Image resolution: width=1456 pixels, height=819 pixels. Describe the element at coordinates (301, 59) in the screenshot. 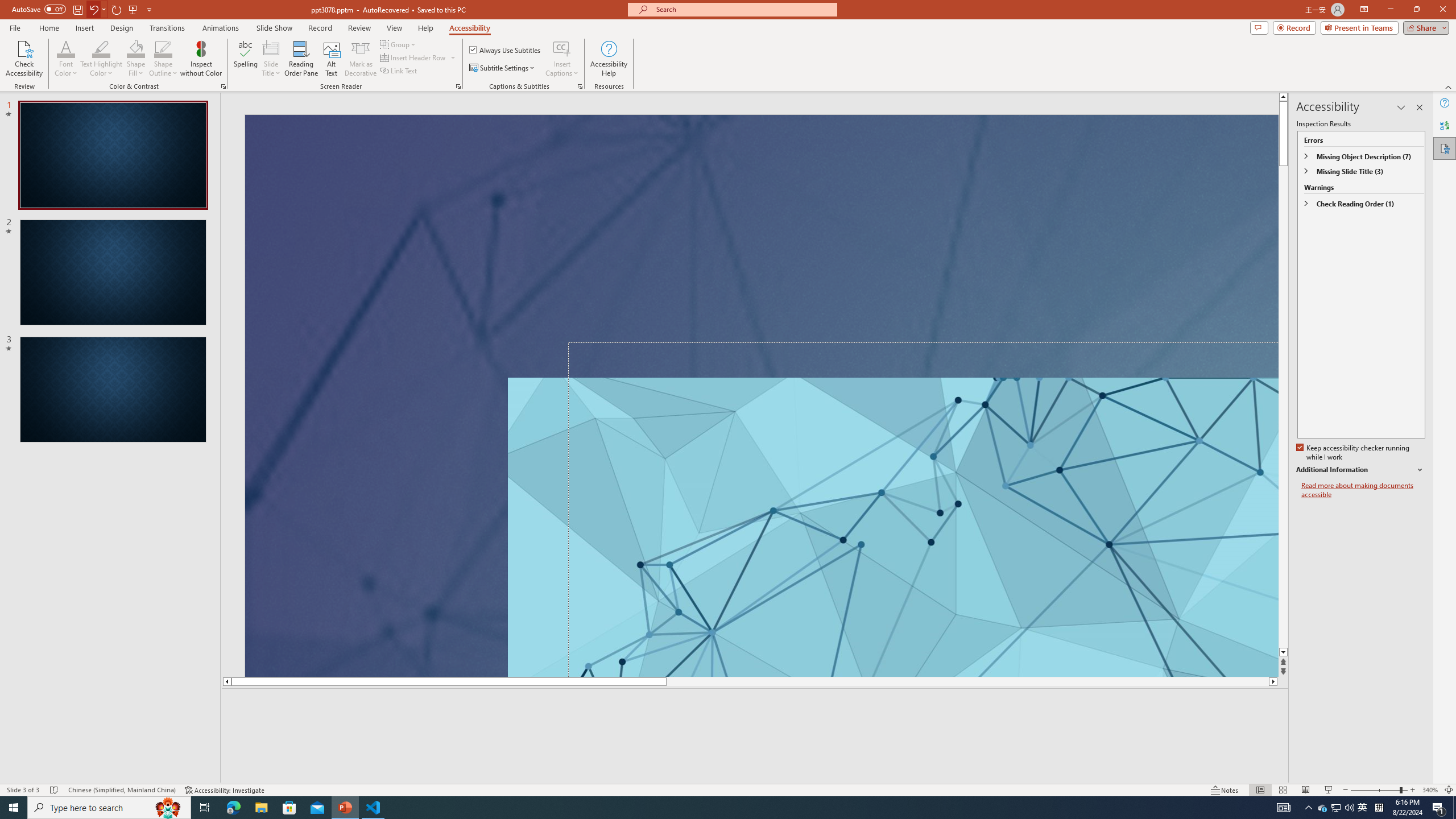

I see `'Reading Order Pane'` at that location.